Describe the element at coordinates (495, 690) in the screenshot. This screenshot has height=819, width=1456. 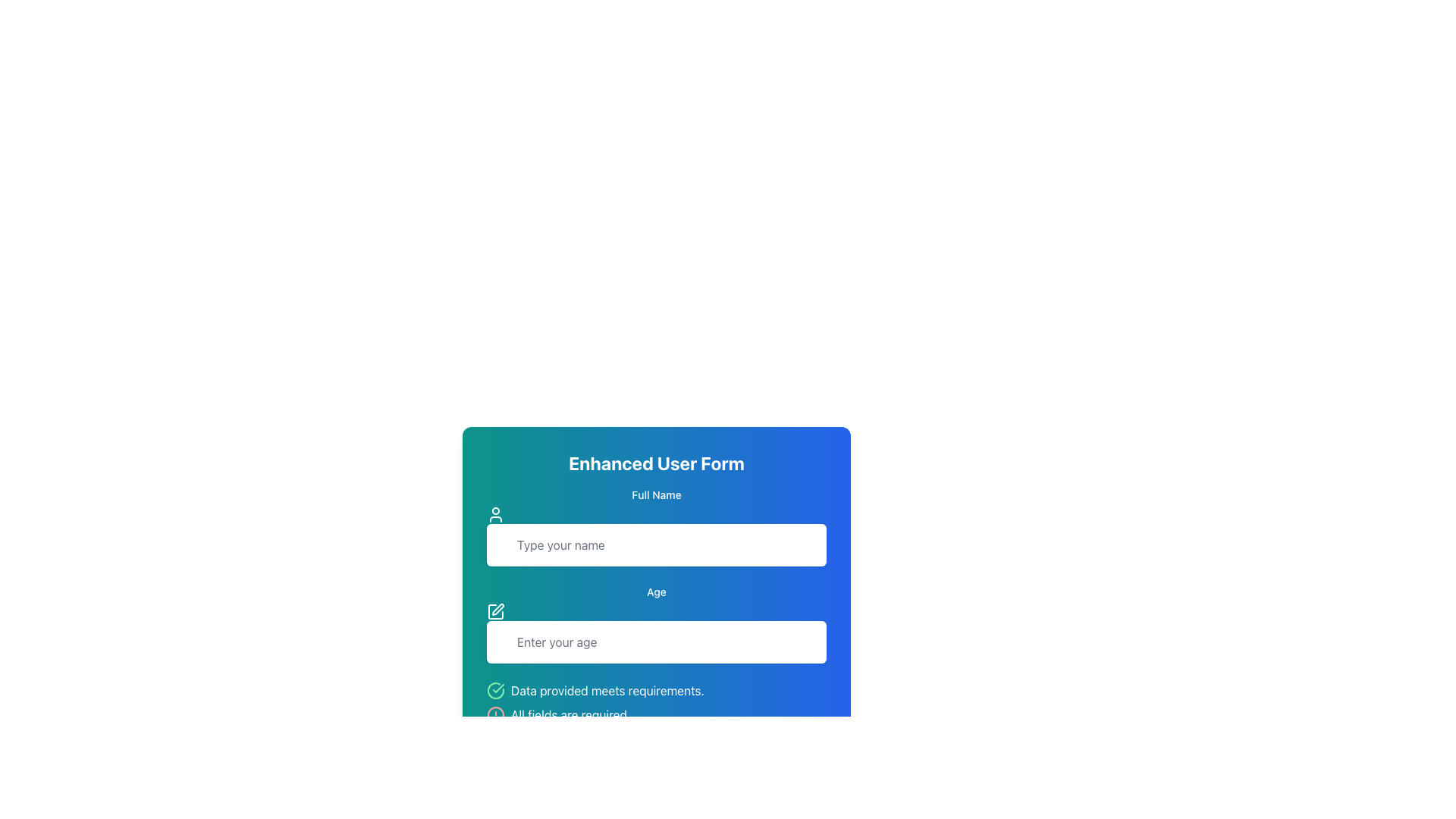
I see `the confirmation icon that indicates successful data provision, located below the 'Enter your age' input field and preceding the message 'Data provided meets requirements.'` at that location.